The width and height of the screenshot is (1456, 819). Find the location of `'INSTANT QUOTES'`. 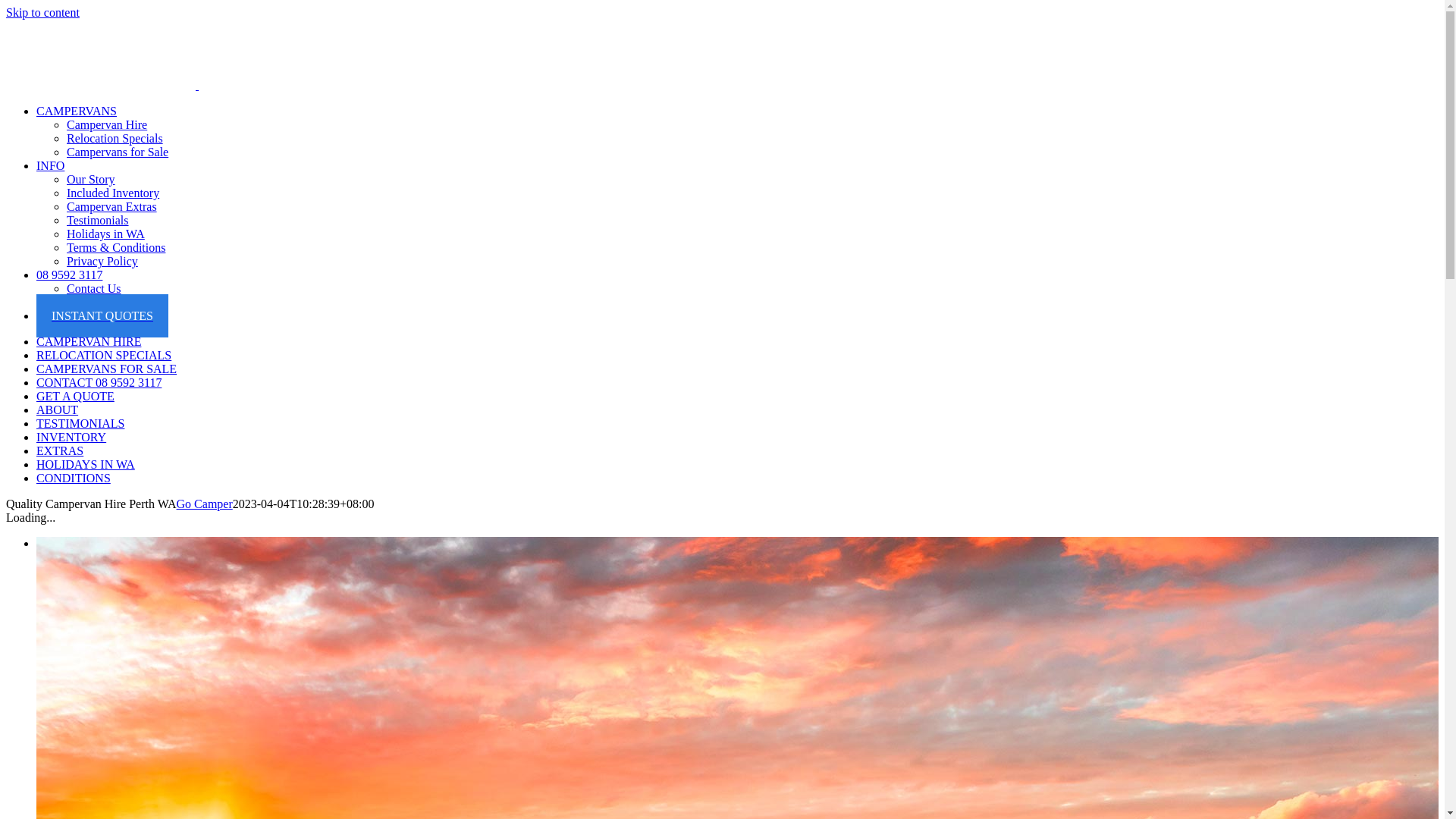

'INSTANT QUOTES' is located at coordinates (101, 315).